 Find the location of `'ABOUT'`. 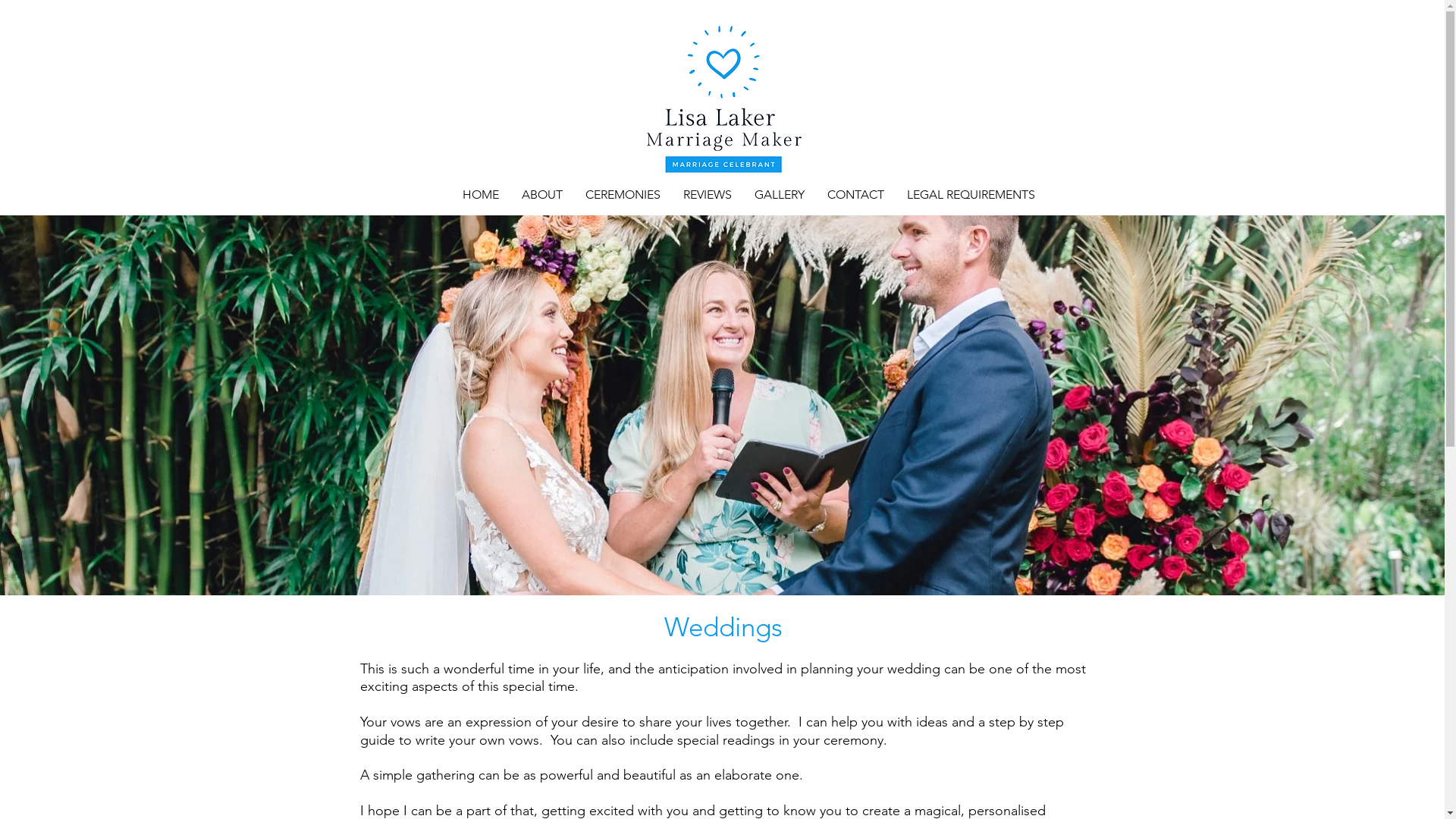

'ABOUT' is located at coordinates (541, 194).